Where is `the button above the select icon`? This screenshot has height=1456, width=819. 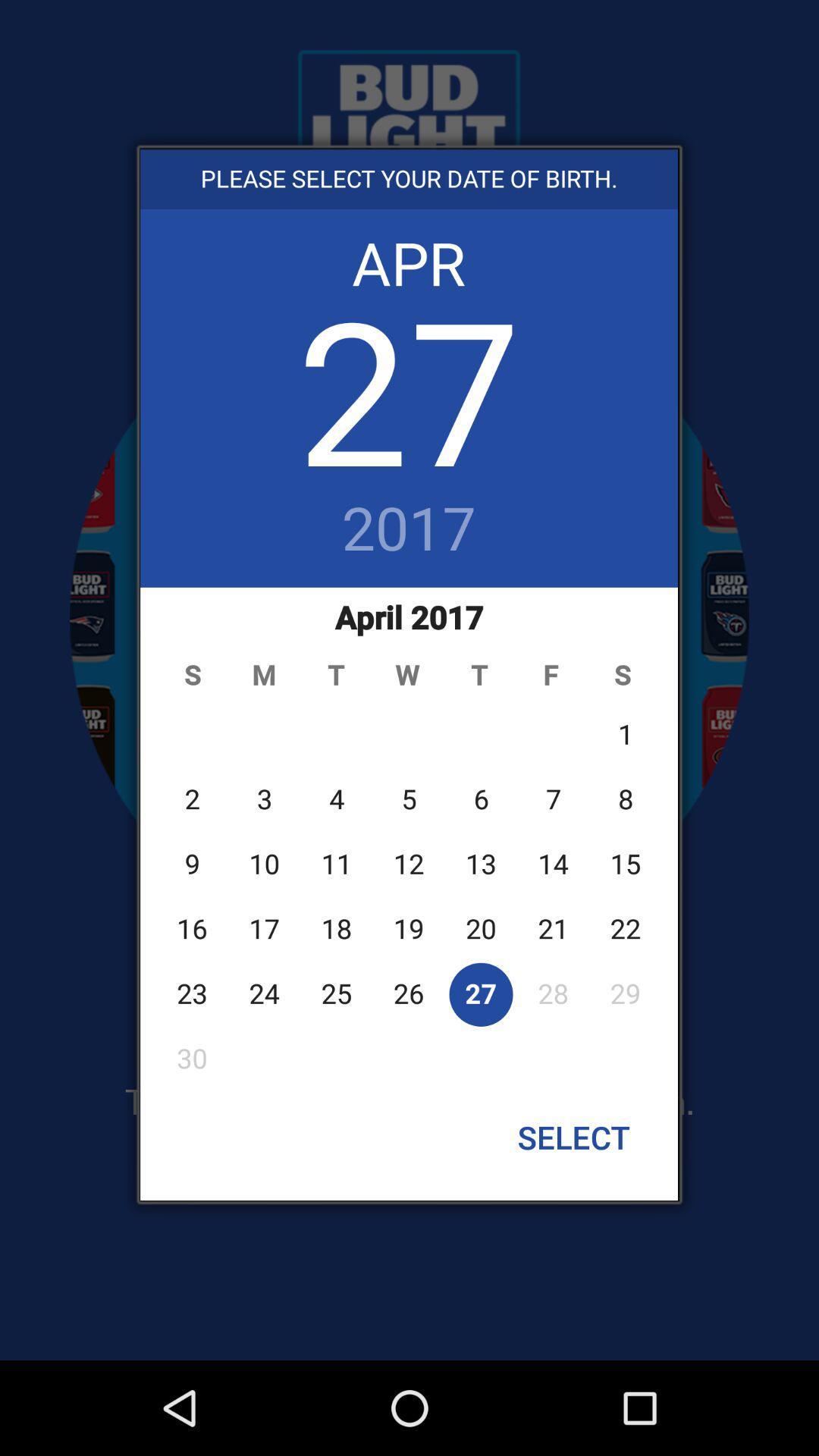
the button above the select icon is located at coordinates (408, 837).